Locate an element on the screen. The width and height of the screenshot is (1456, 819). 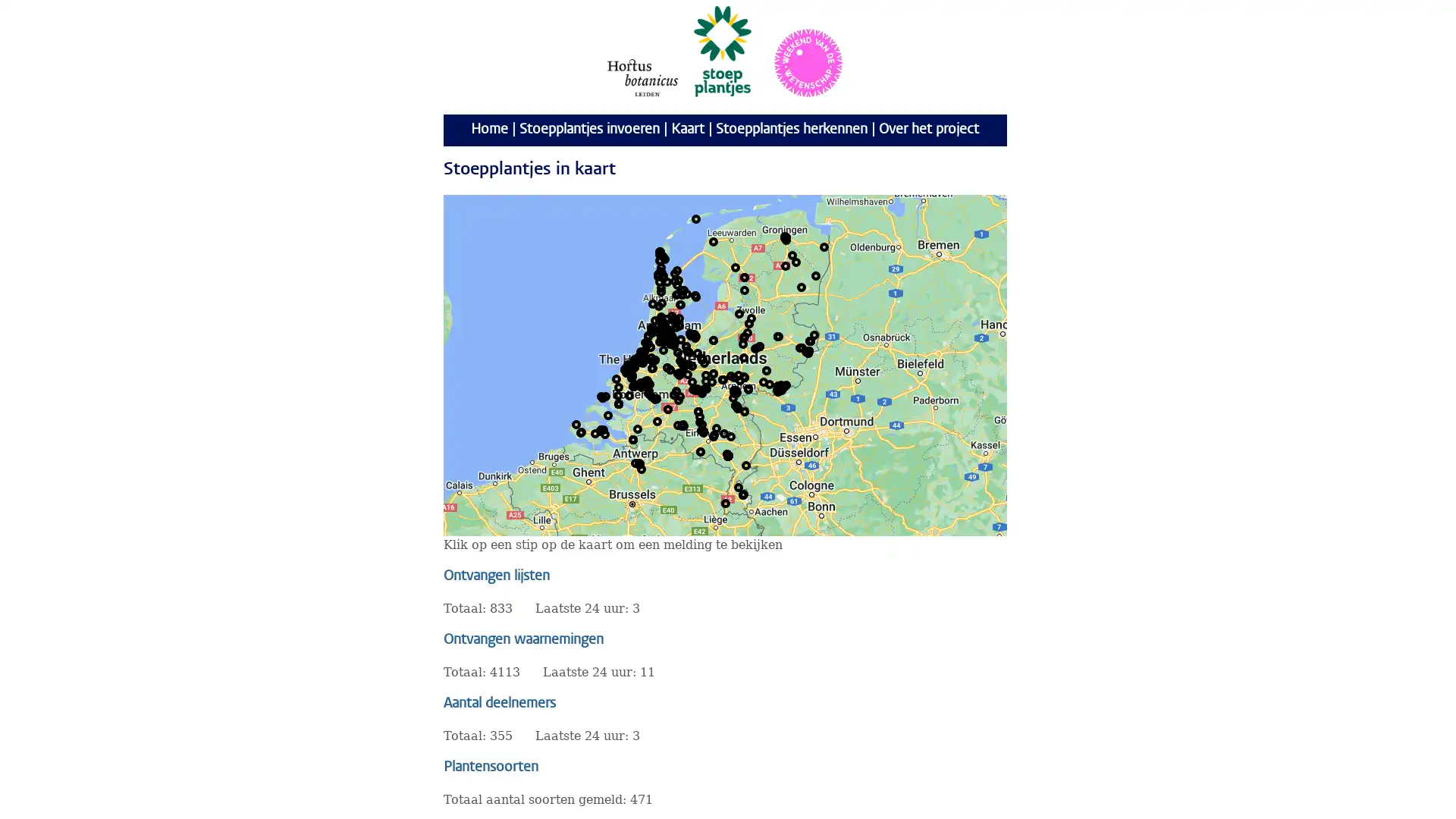
Telling van Elise op 03 juni 2022 is located at coordinates (619, 403).